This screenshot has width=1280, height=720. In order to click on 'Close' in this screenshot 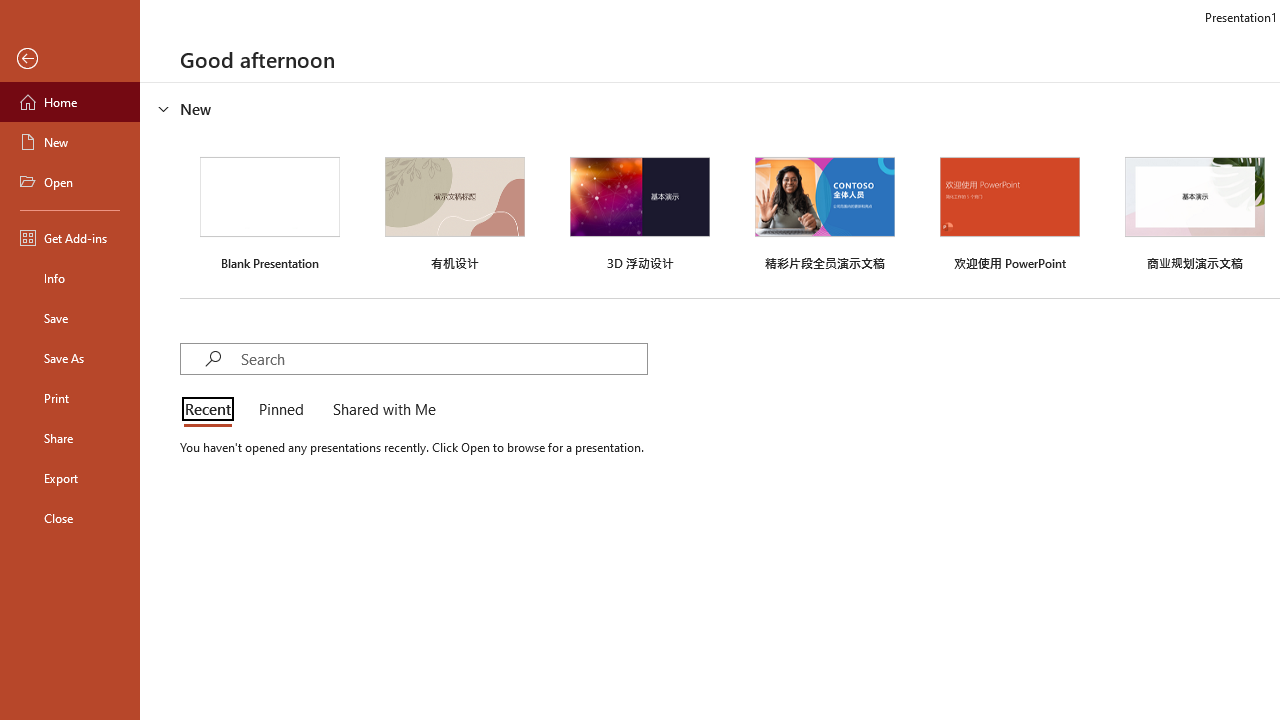, I will do `click(69, 517)`.